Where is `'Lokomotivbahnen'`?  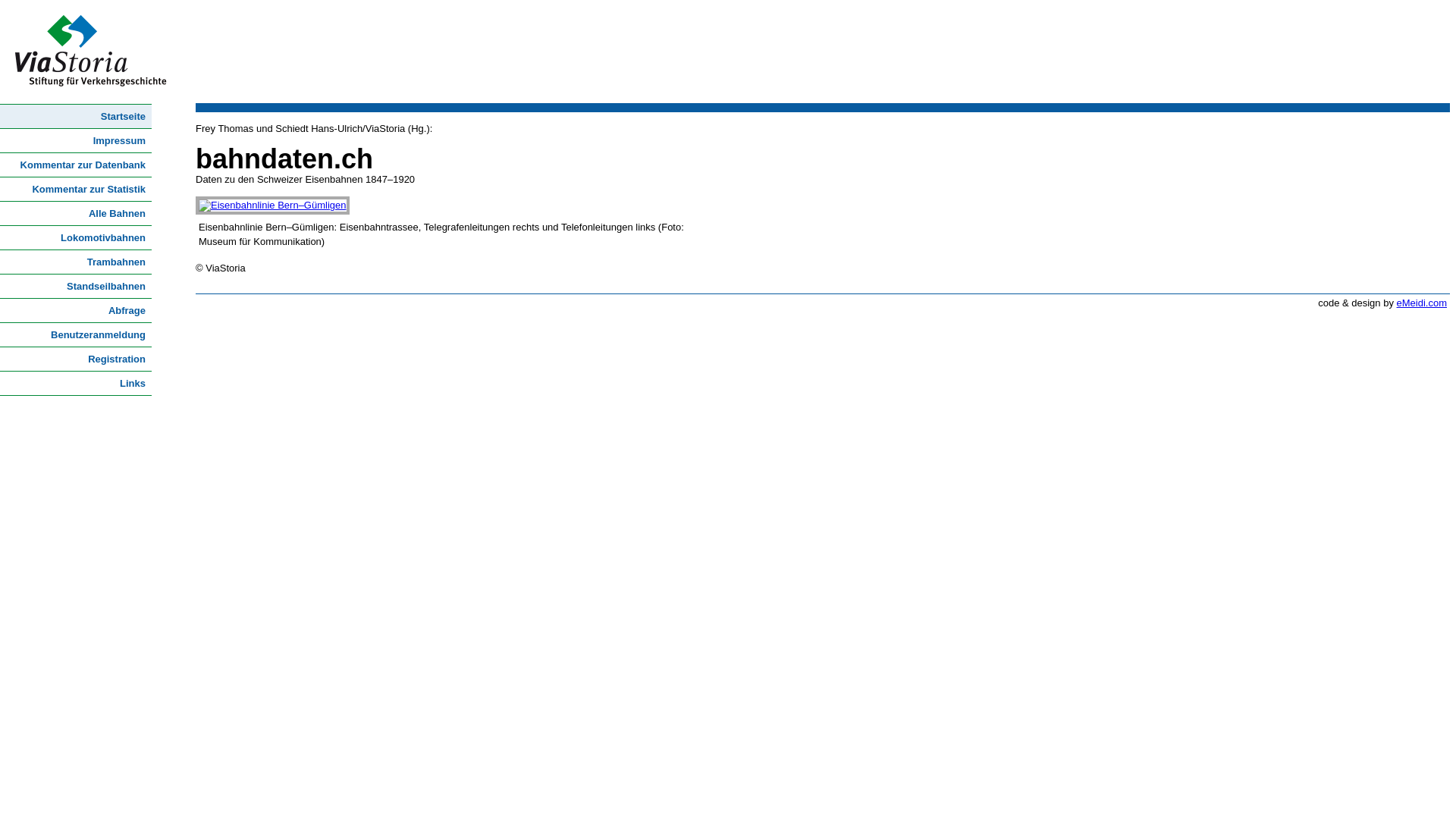 'Lokomotivbahnen' is located at coordinates (0, 237).